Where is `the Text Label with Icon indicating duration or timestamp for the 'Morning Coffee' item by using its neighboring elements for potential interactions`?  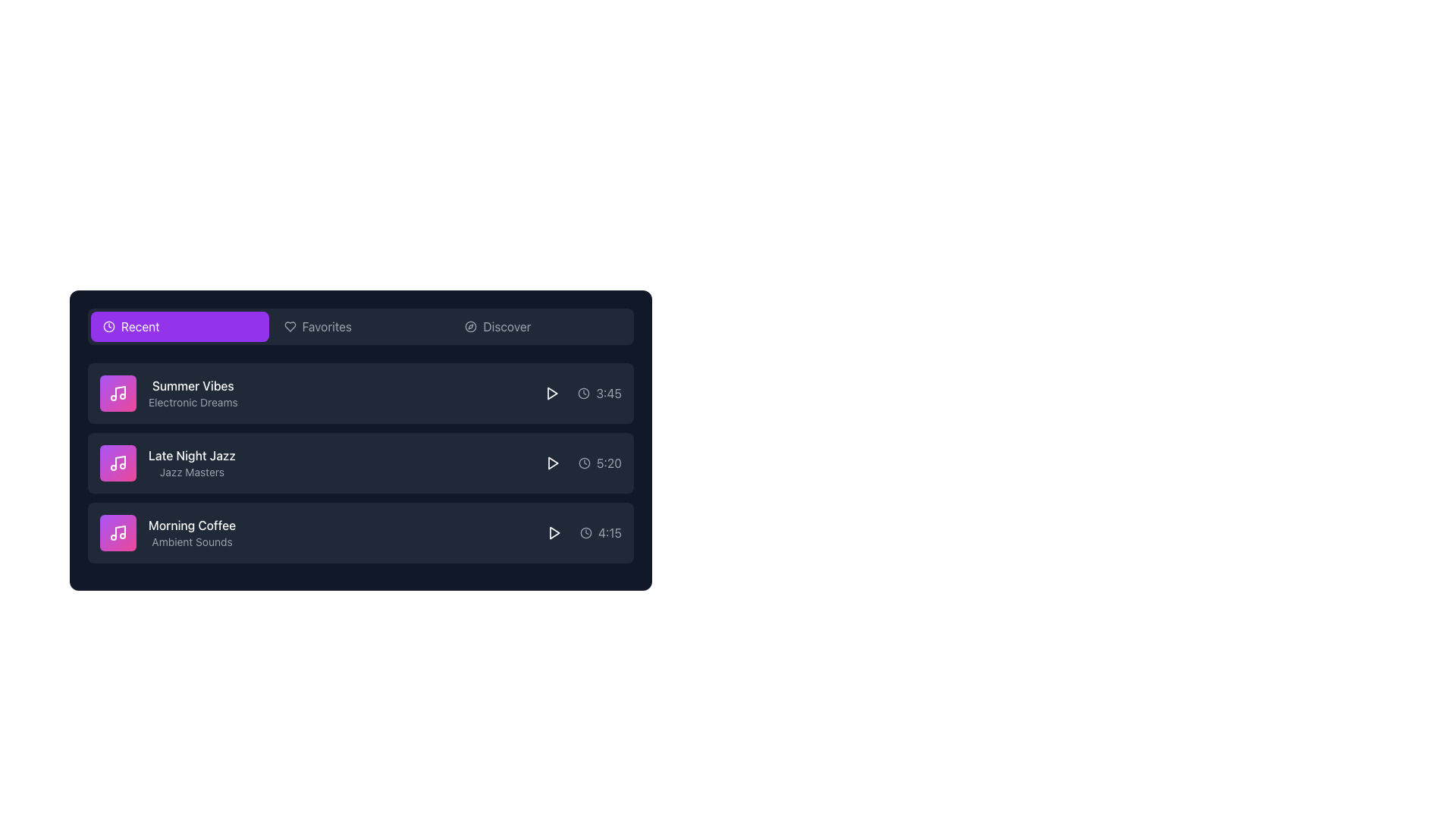
the Text Label with Icon indicating duration or timestamp for the 'Morning Coffee' item by using its neighboring elements for potential interactions is located at coordinates (580, 532).